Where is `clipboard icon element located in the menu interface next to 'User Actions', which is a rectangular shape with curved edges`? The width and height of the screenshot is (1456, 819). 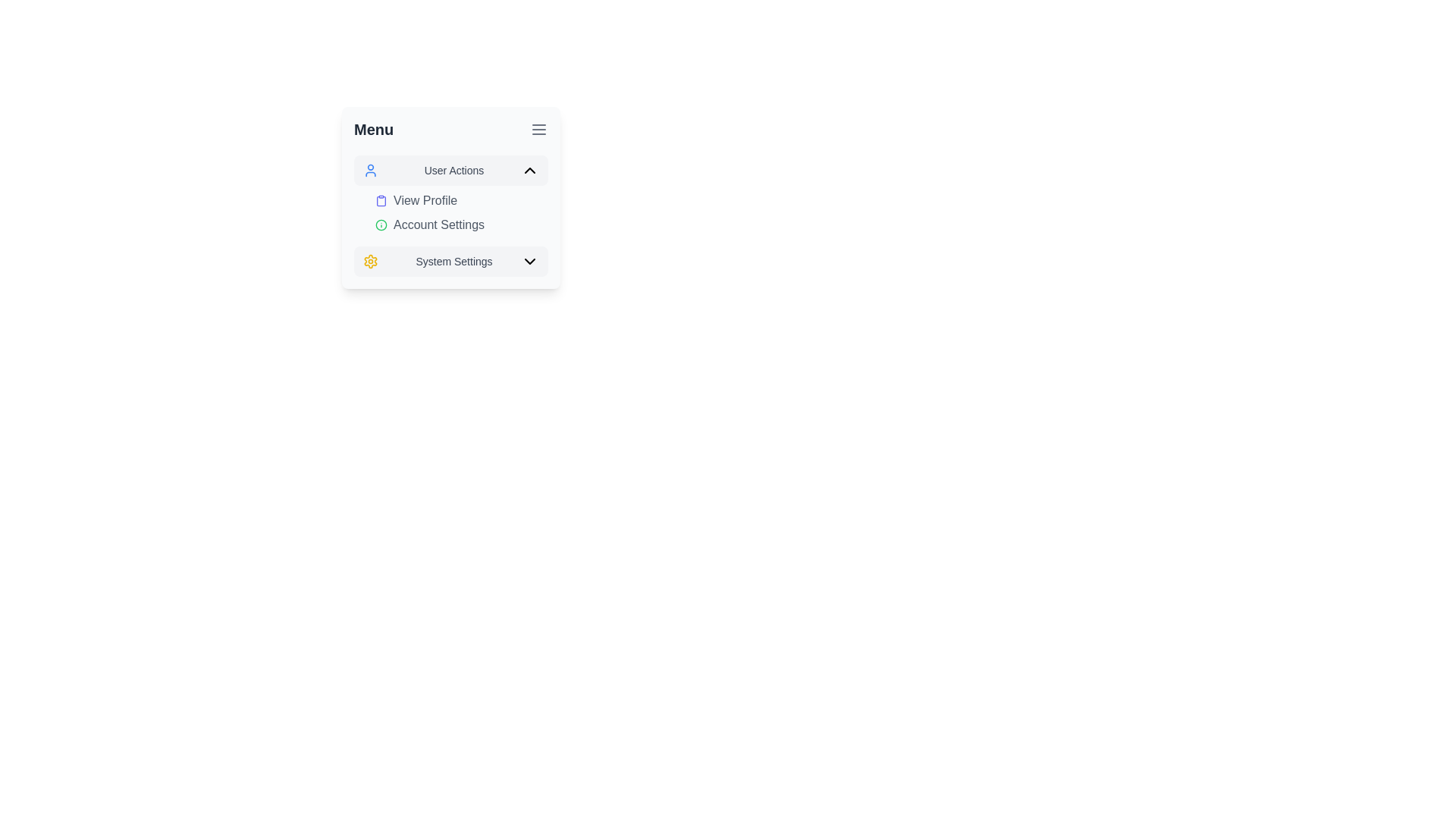
clipboard icon element located in the menu interface next to 'User Actions', which is a rectangular shape with curved edges is located at coordinates (381, 200).